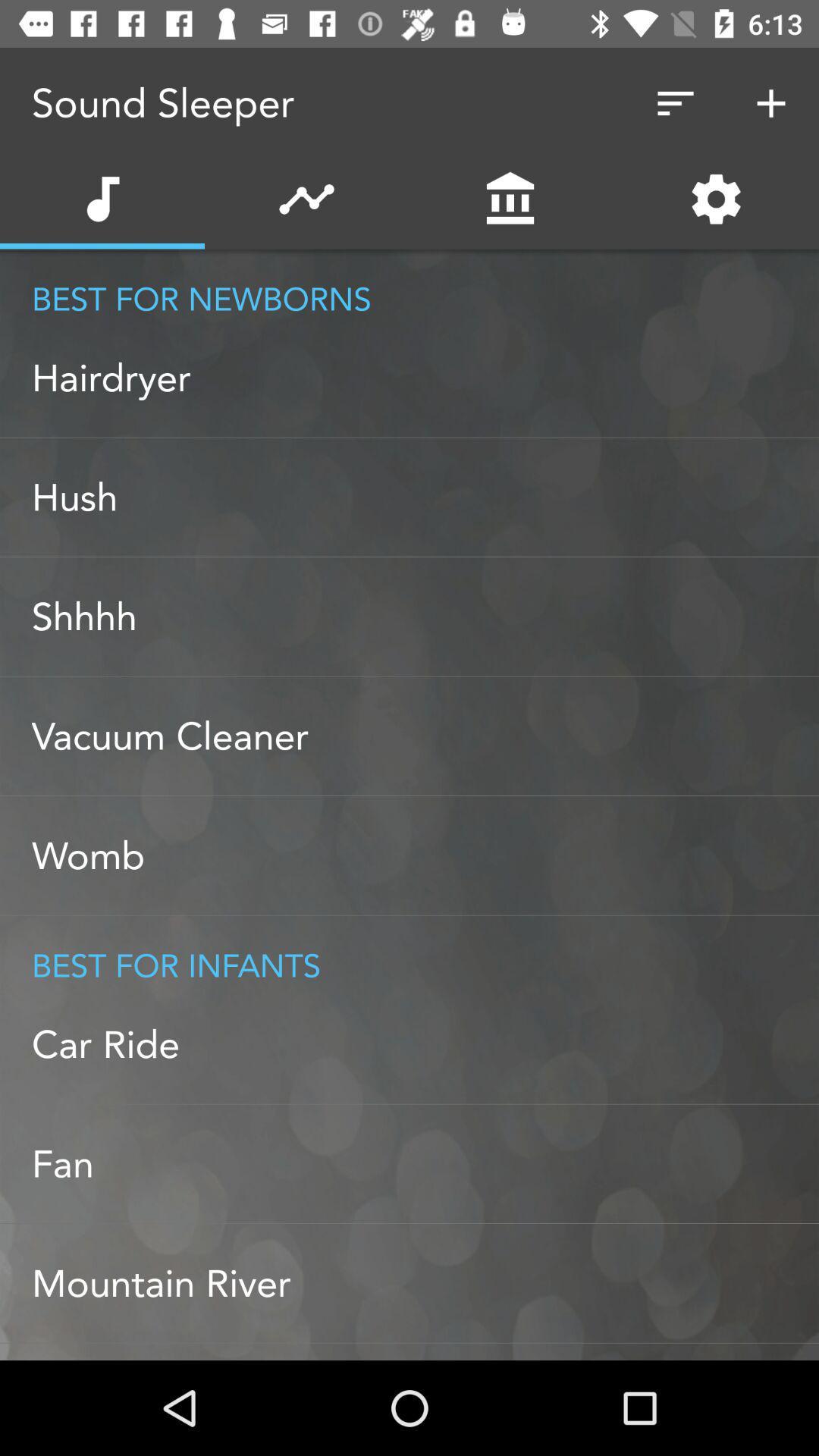 The width and height of the screenshot is (819, 1456). I want to click on hush icon, so click(425, 497).